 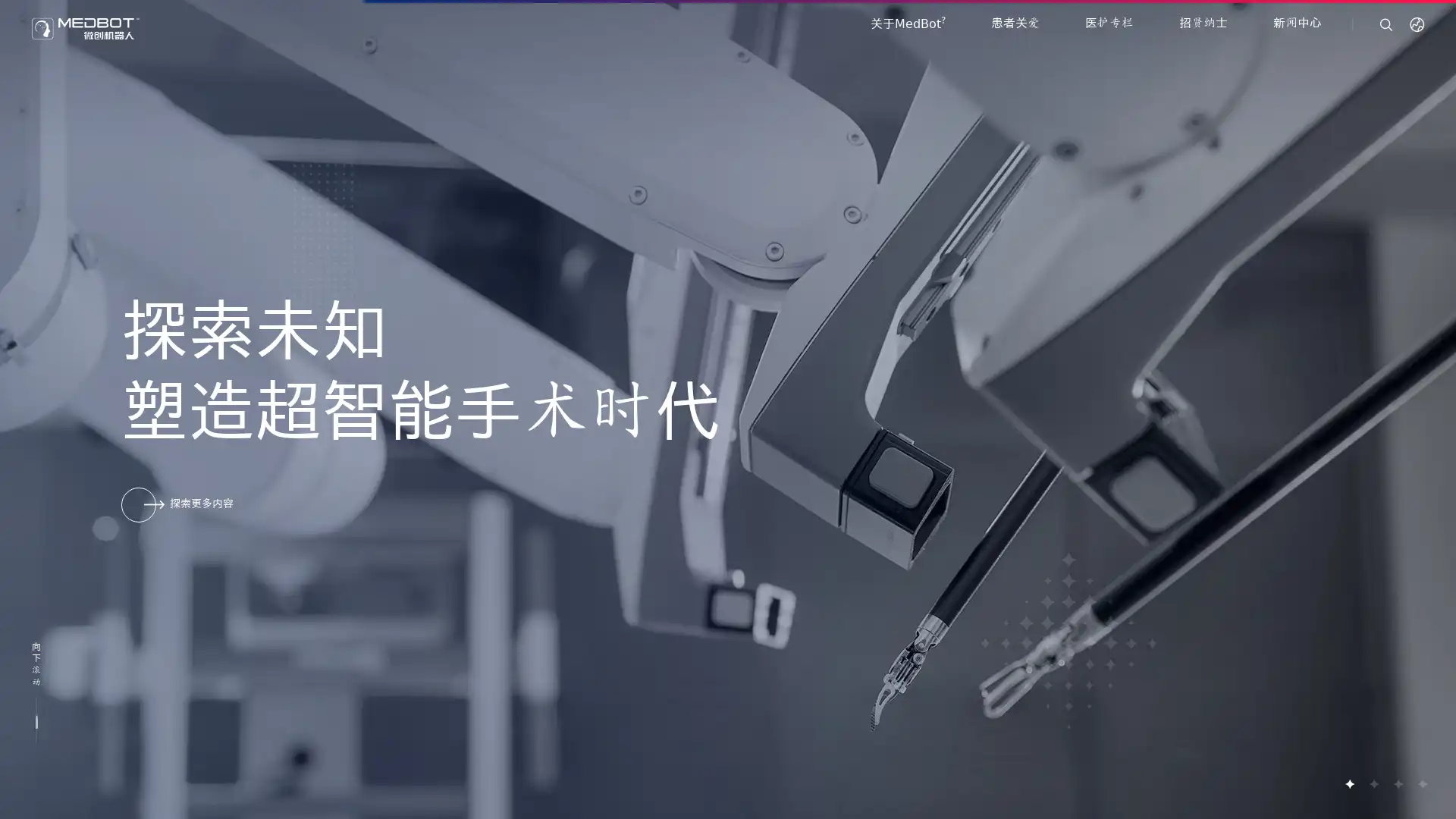 I want to click on Go to slide 1, so click(x=1349, y=783).